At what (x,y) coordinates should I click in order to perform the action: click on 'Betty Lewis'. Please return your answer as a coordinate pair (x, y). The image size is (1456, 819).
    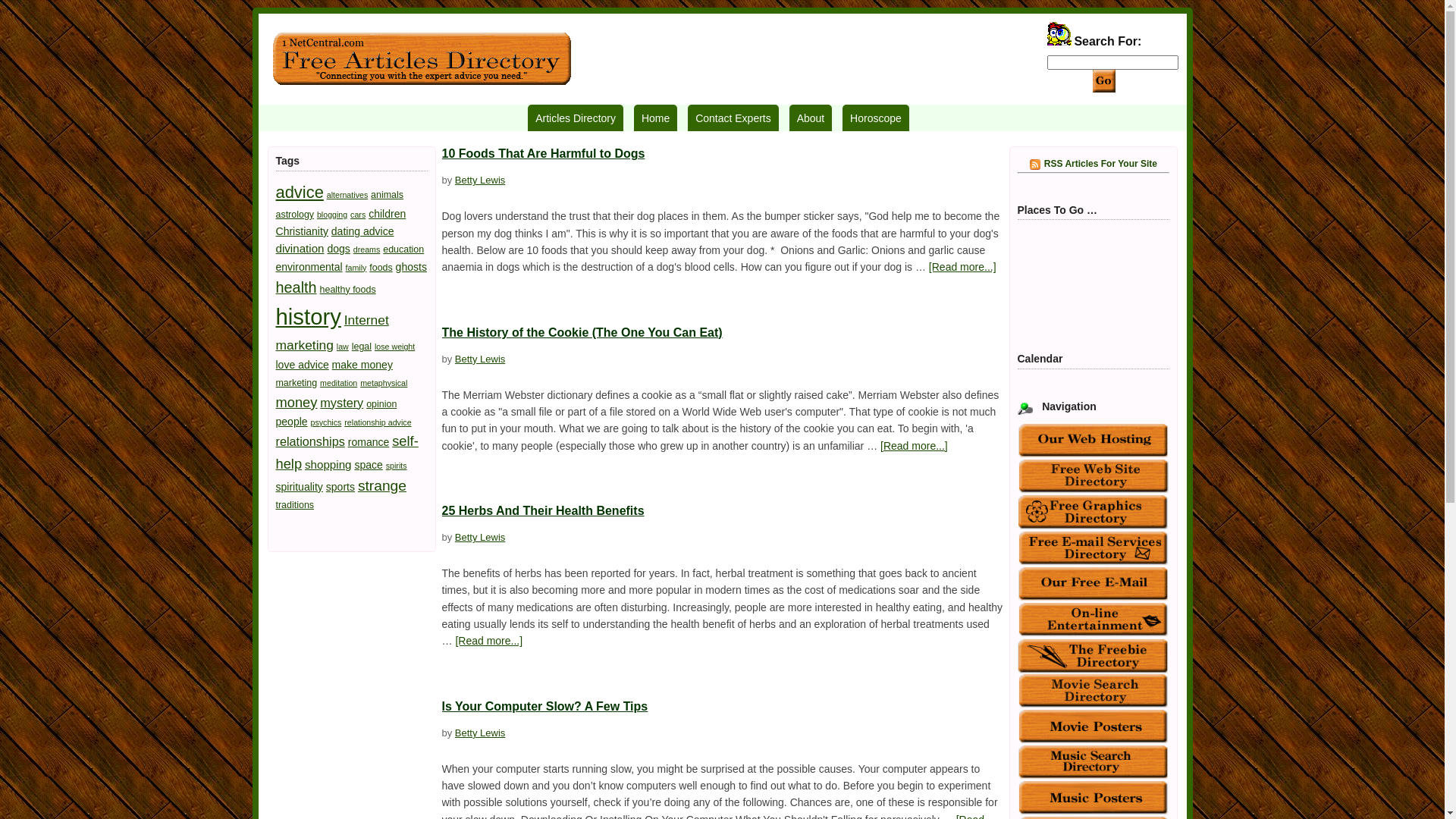
    Looking at the image, I should click on (479, 179).